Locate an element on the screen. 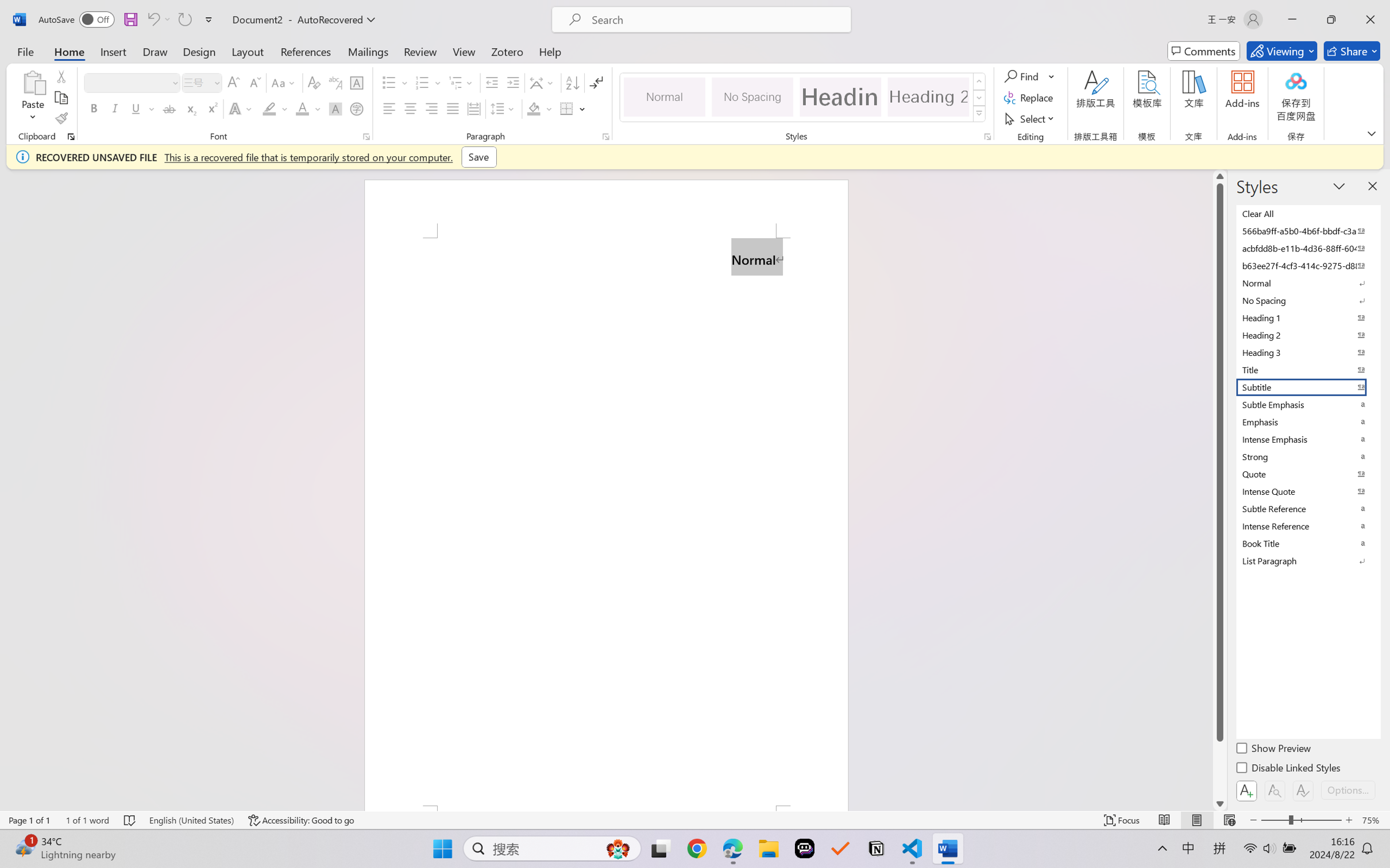  'Heading 3' is located at coordinates (1307, 351).